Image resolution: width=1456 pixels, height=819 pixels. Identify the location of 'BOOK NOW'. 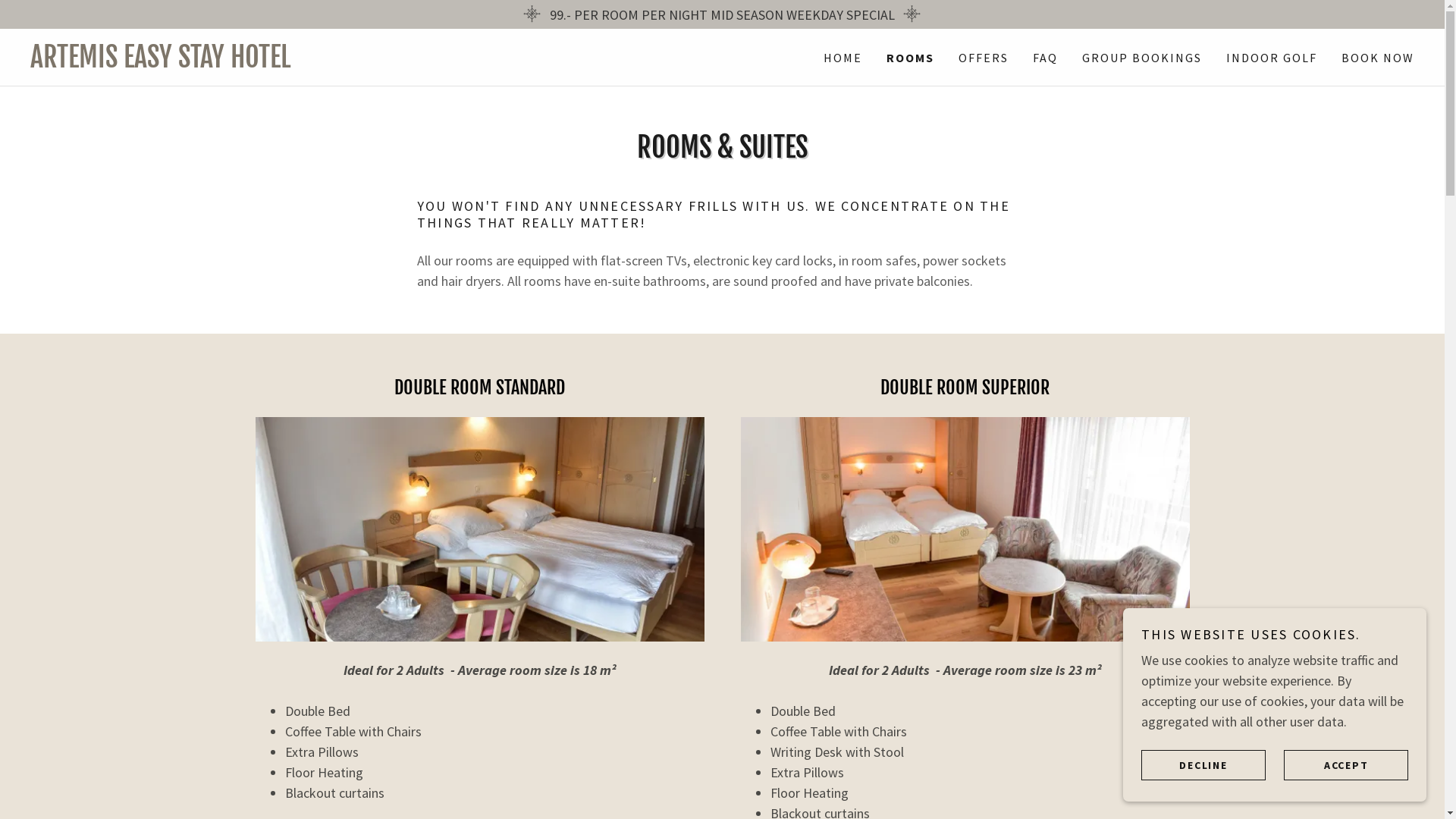
(1336, 57).